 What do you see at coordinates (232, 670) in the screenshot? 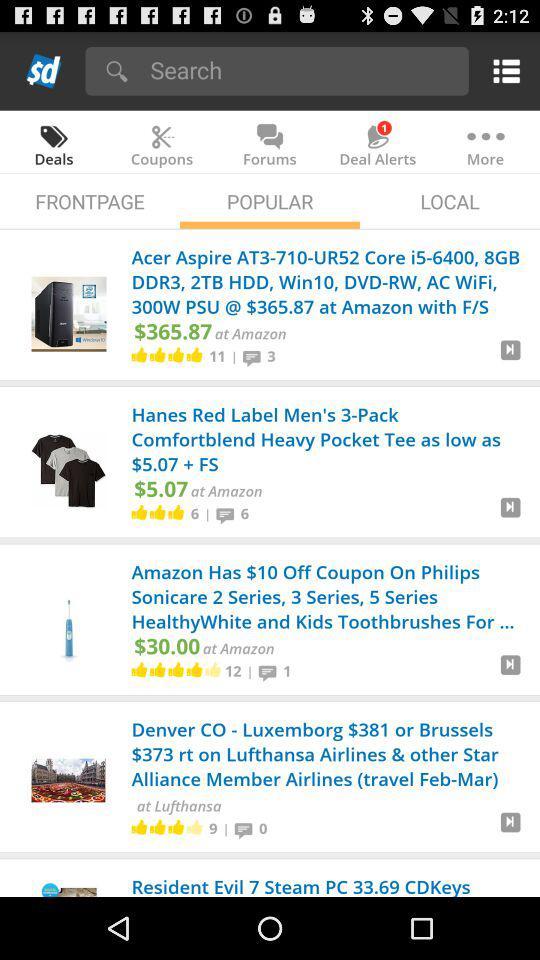
I see `the app below the at amazon app` at bounding box center [232, 670].